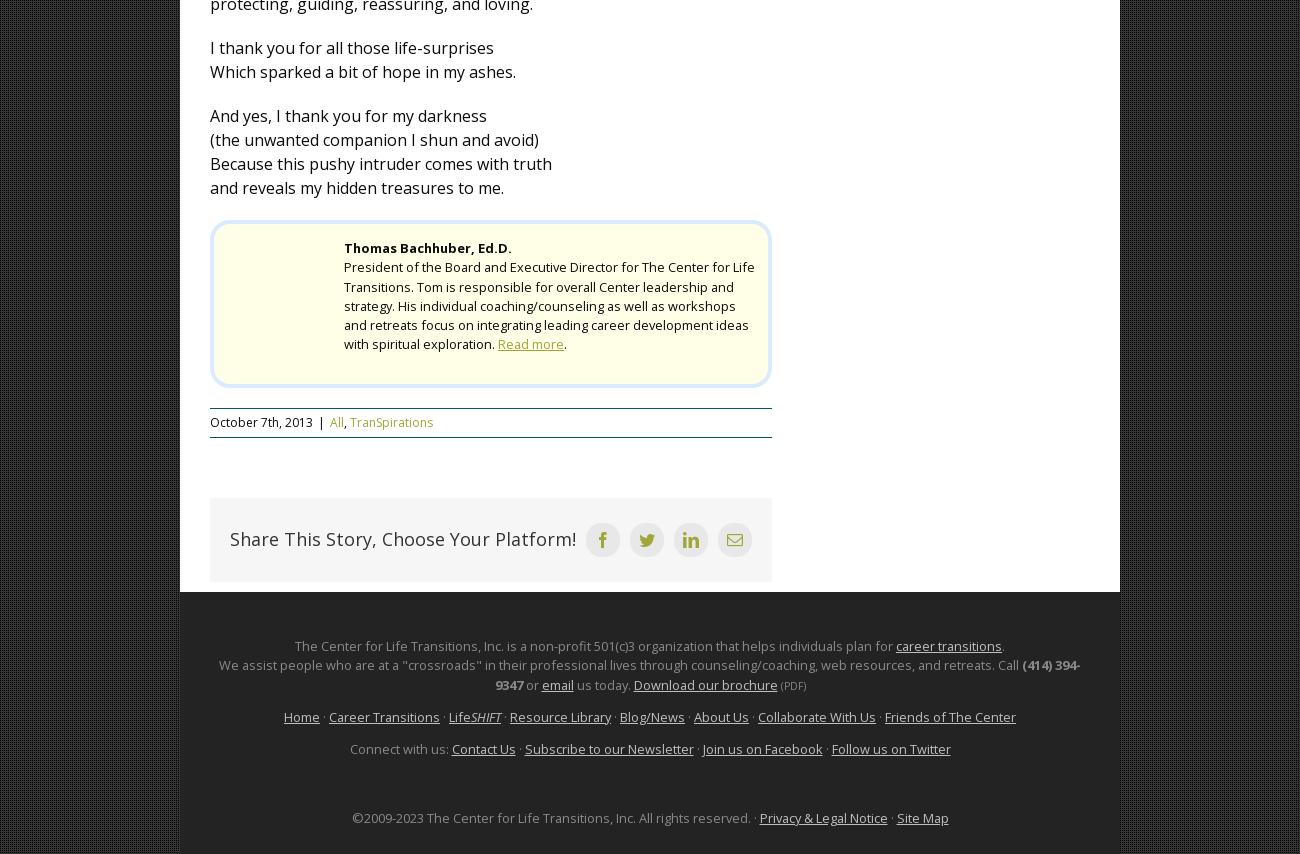 This screenshot has width=1300, height=854. I want to click on '|', so click(321, 422).